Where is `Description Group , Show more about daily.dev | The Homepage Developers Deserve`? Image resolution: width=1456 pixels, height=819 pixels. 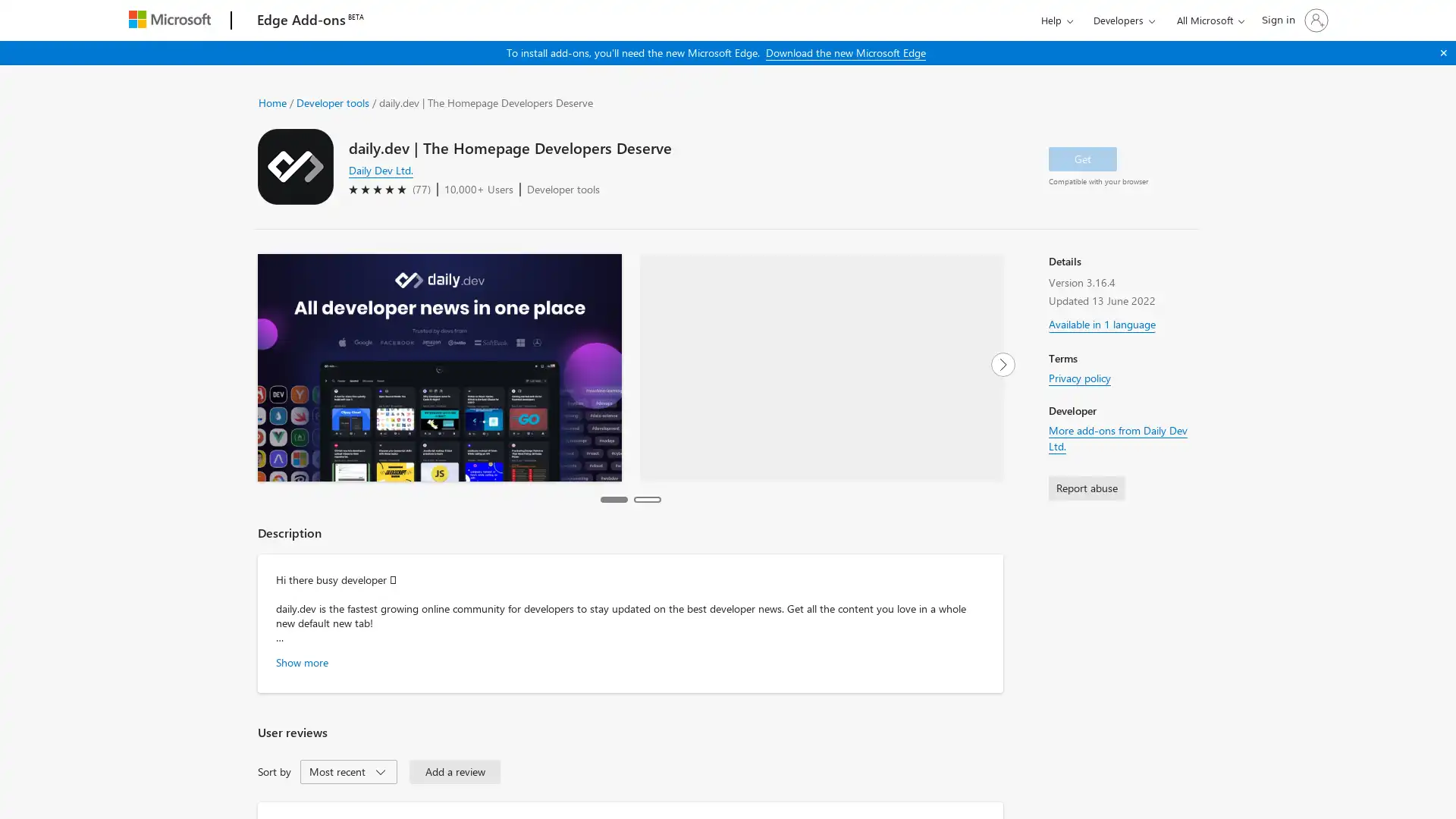 Description Group , Show more about daily.dev | The Homepage Developers Deserve is located at coordinates (302, 661).